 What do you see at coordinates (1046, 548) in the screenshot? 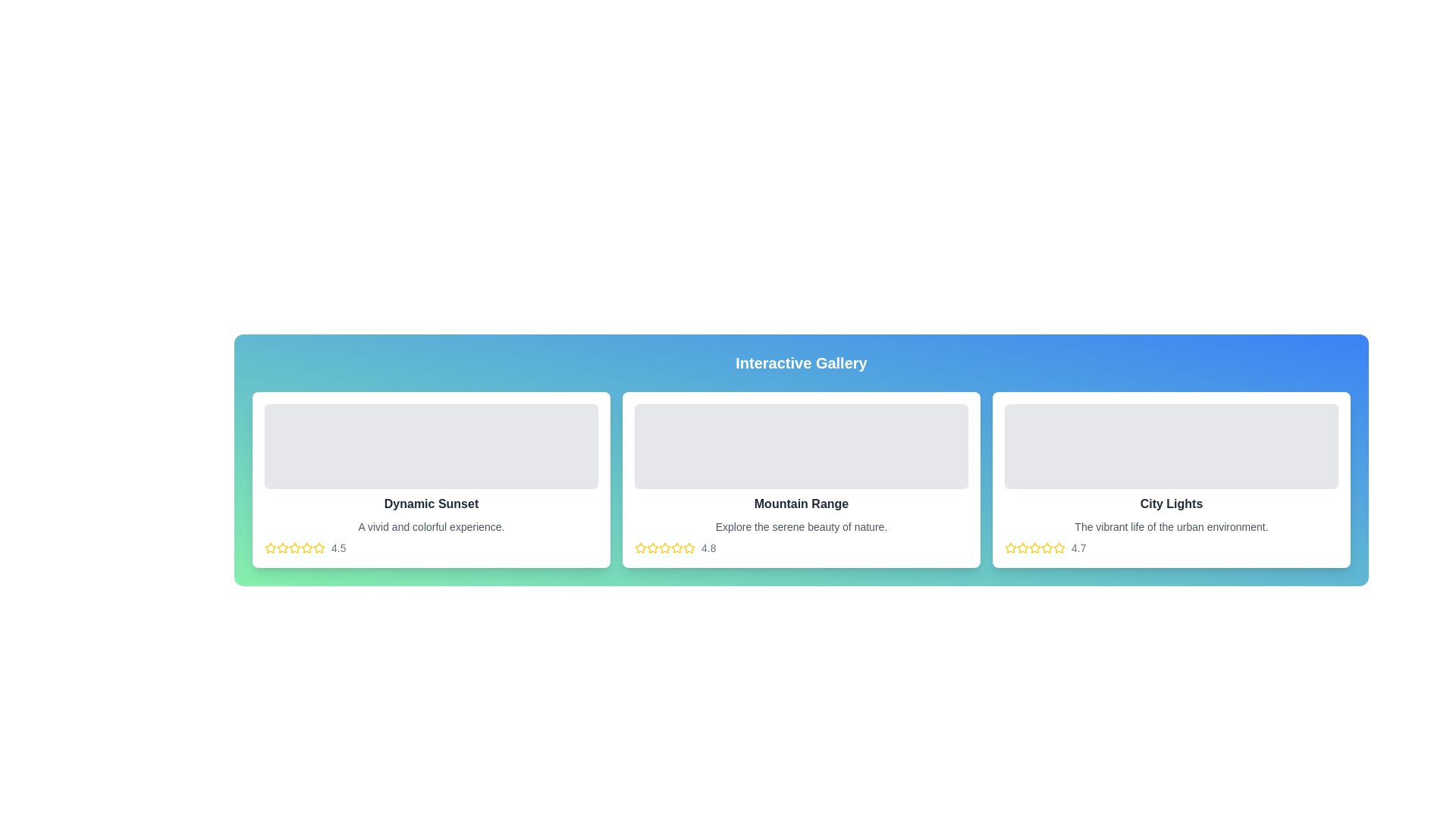
I see `the sixth star icon in the 5-star rating system under the 'City Lights' card, located at the bottom-center of the card` at bounding box center [1046, 548].